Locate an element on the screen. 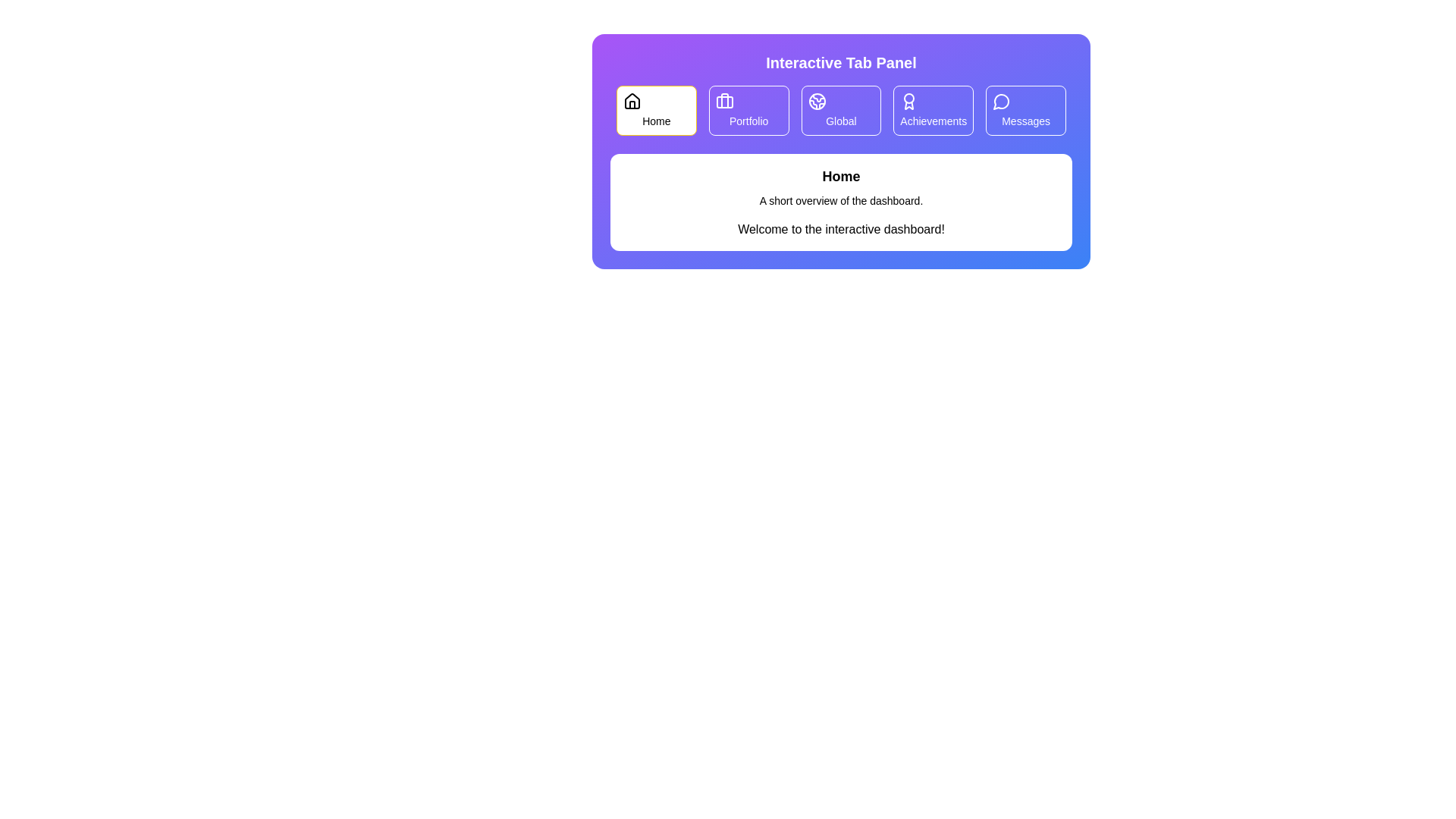 This screenshot has width=1456, height=819. the SVG Circle element within the 'Achievements' tab, which visually represents achievements as part of the award icon design is located at coordinates (909, 99).